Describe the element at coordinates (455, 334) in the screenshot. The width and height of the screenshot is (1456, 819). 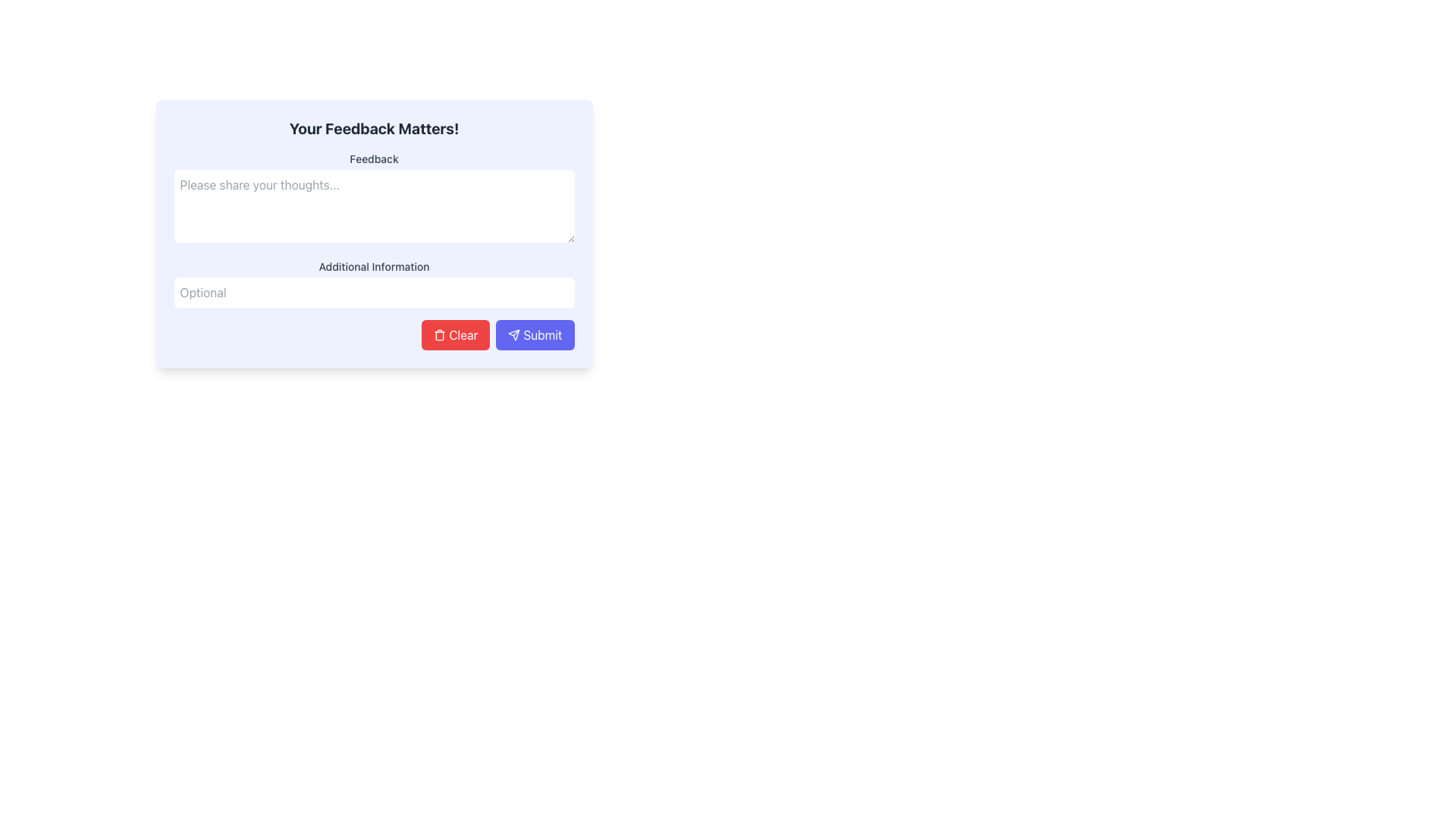
I see `the clear button located to the left of the 'Submit' button in the feedback form interface to observe the hover effect` at that location.